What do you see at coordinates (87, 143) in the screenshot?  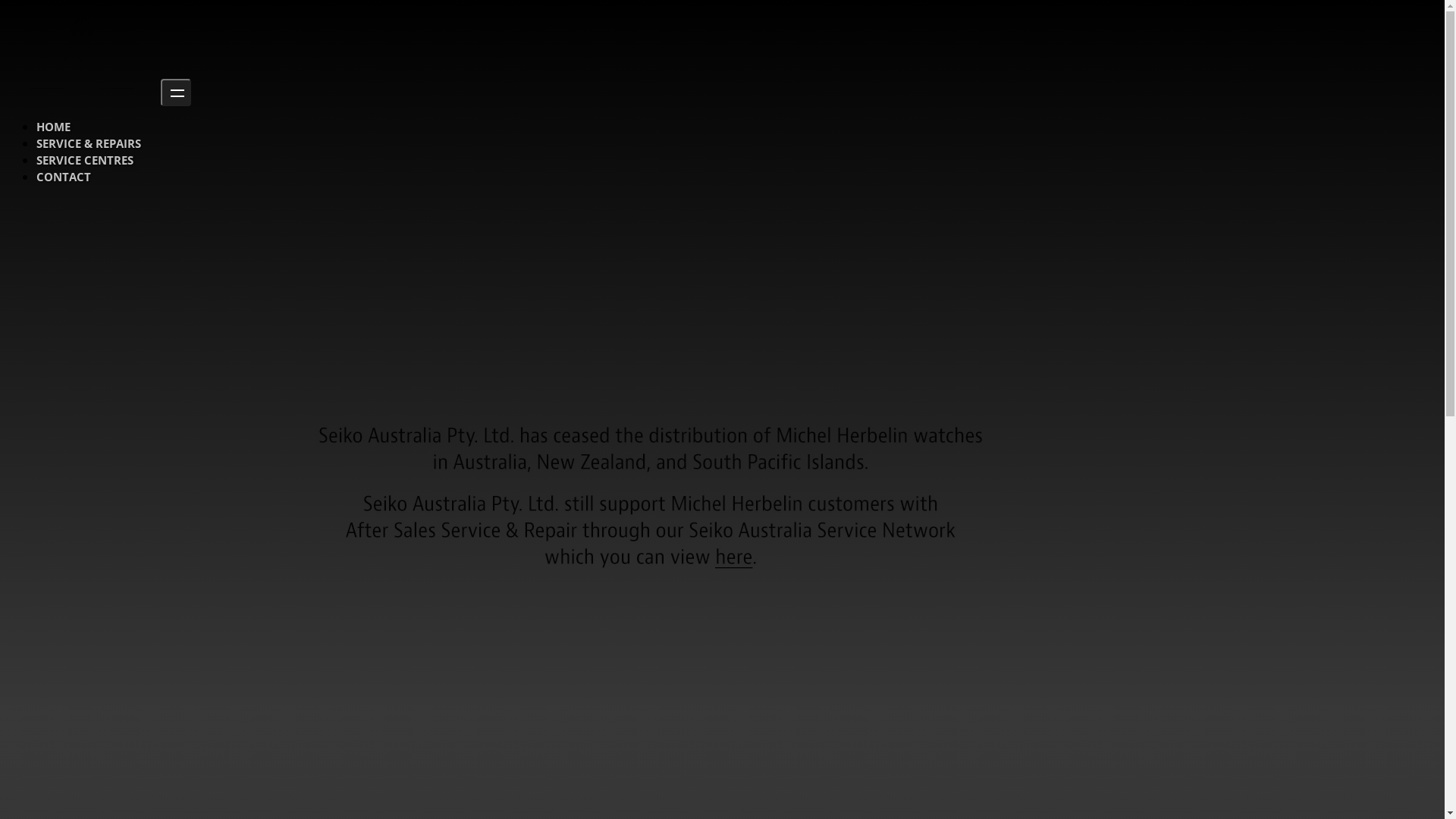 I see `'SERVICE & REPAIRS'` at bounding box center [87, 143].